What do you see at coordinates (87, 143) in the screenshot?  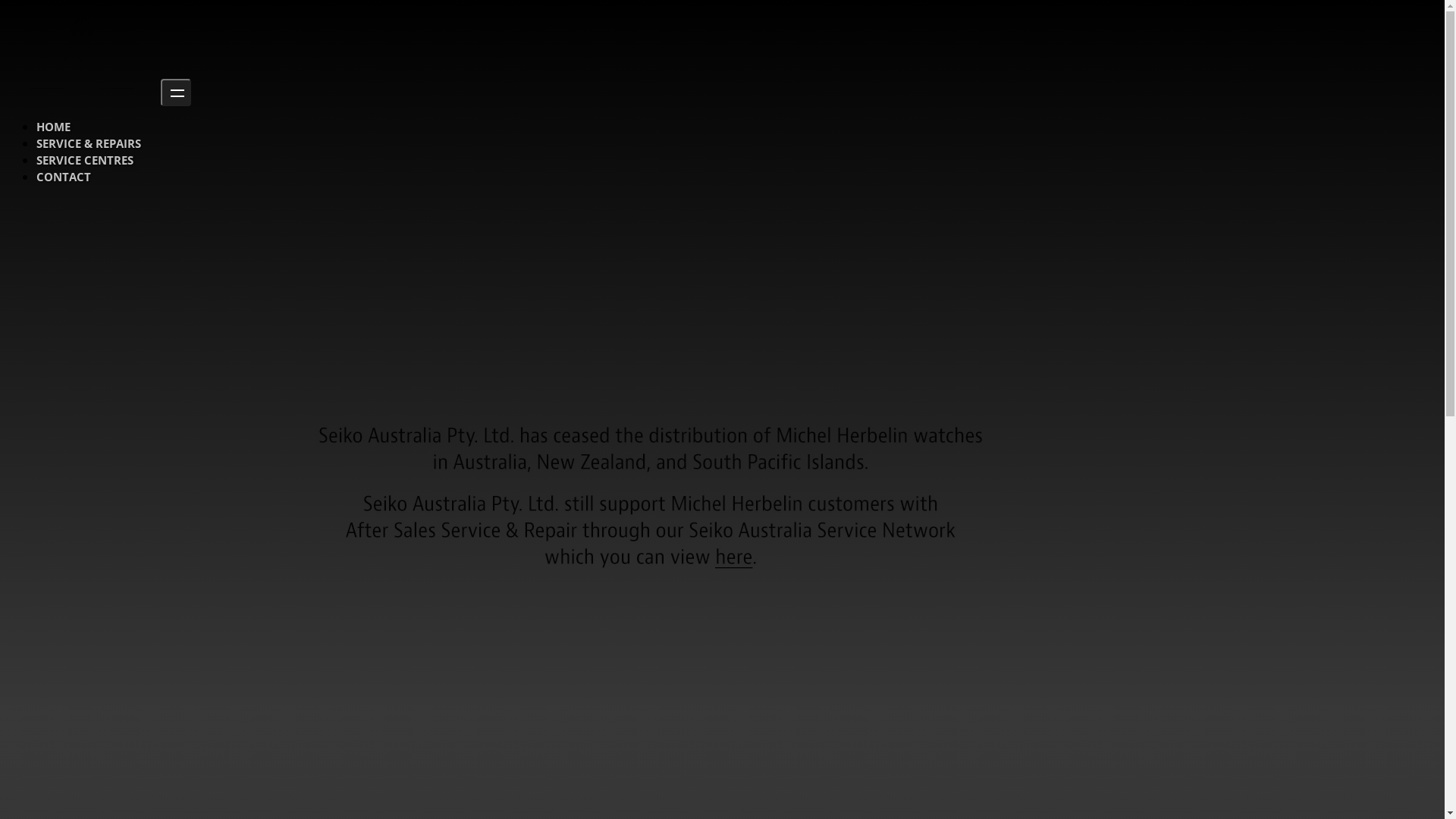 I see `'SERVICE & REPAIRS'` at bounding box center [87, 143].